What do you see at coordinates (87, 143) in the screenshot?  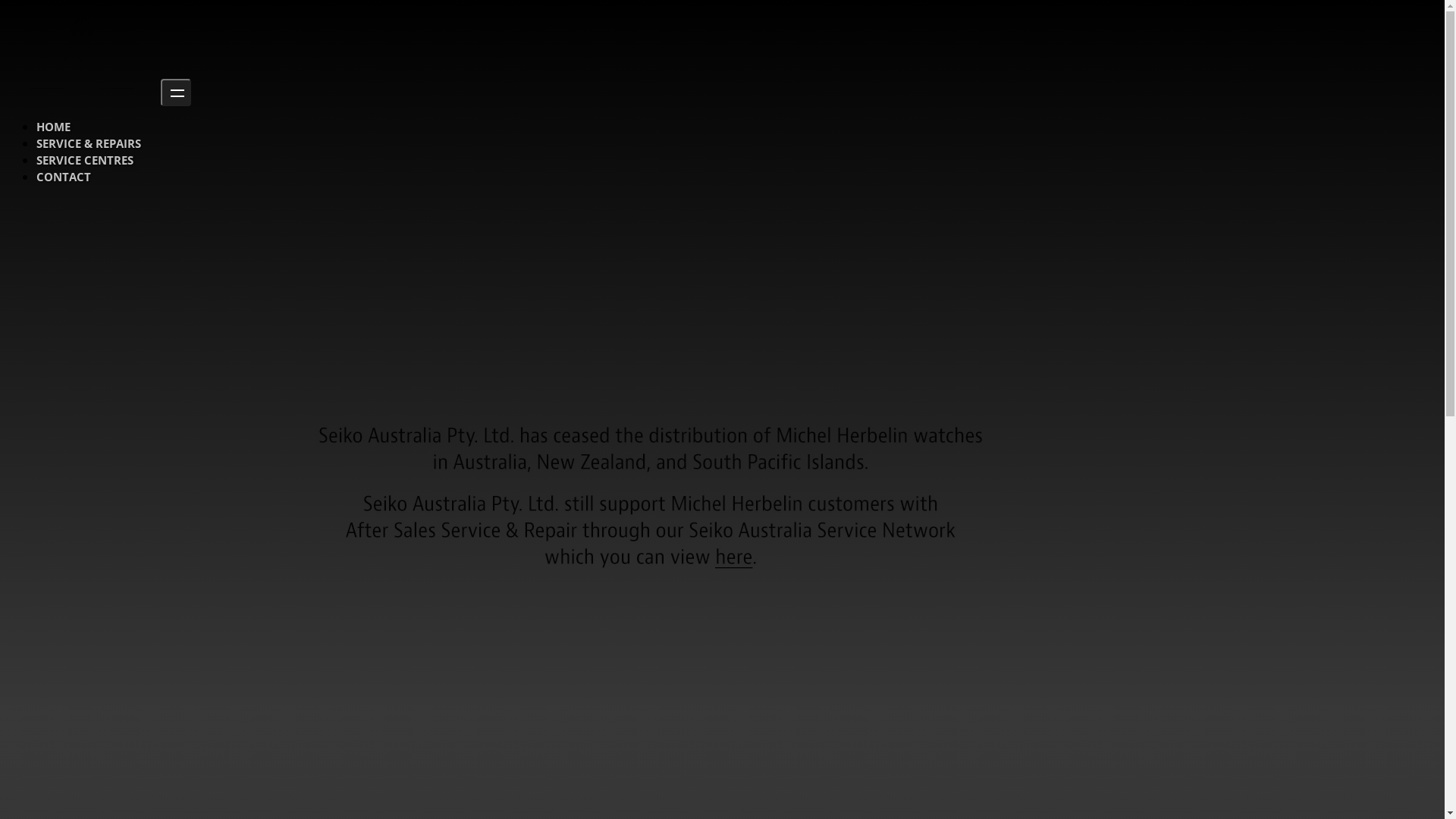 I see `'SERVICE & REPAIRS'` at bounding box center [87, 143].